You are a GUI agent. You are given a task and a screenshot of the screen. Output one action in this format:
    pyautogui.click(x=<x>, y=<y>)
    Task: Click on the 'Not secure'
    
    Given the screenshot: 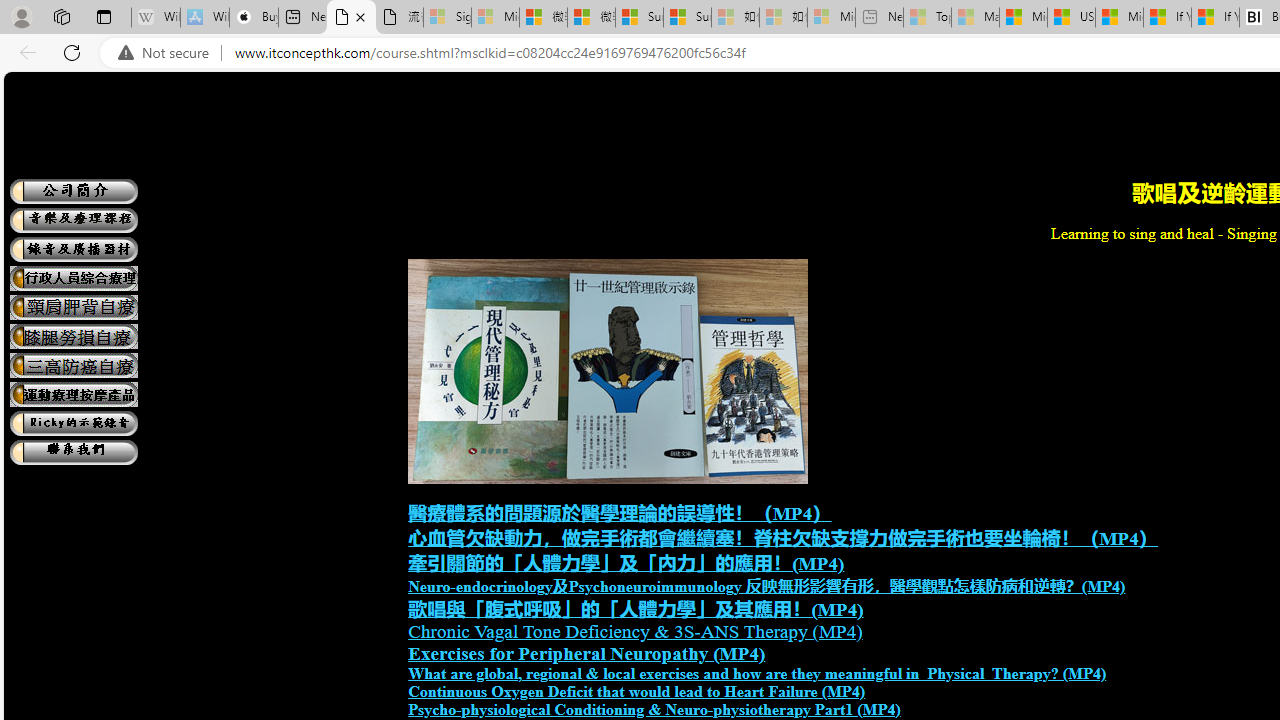 What is the action you would take?
    pyautogui.click(x=168, y=52)
    